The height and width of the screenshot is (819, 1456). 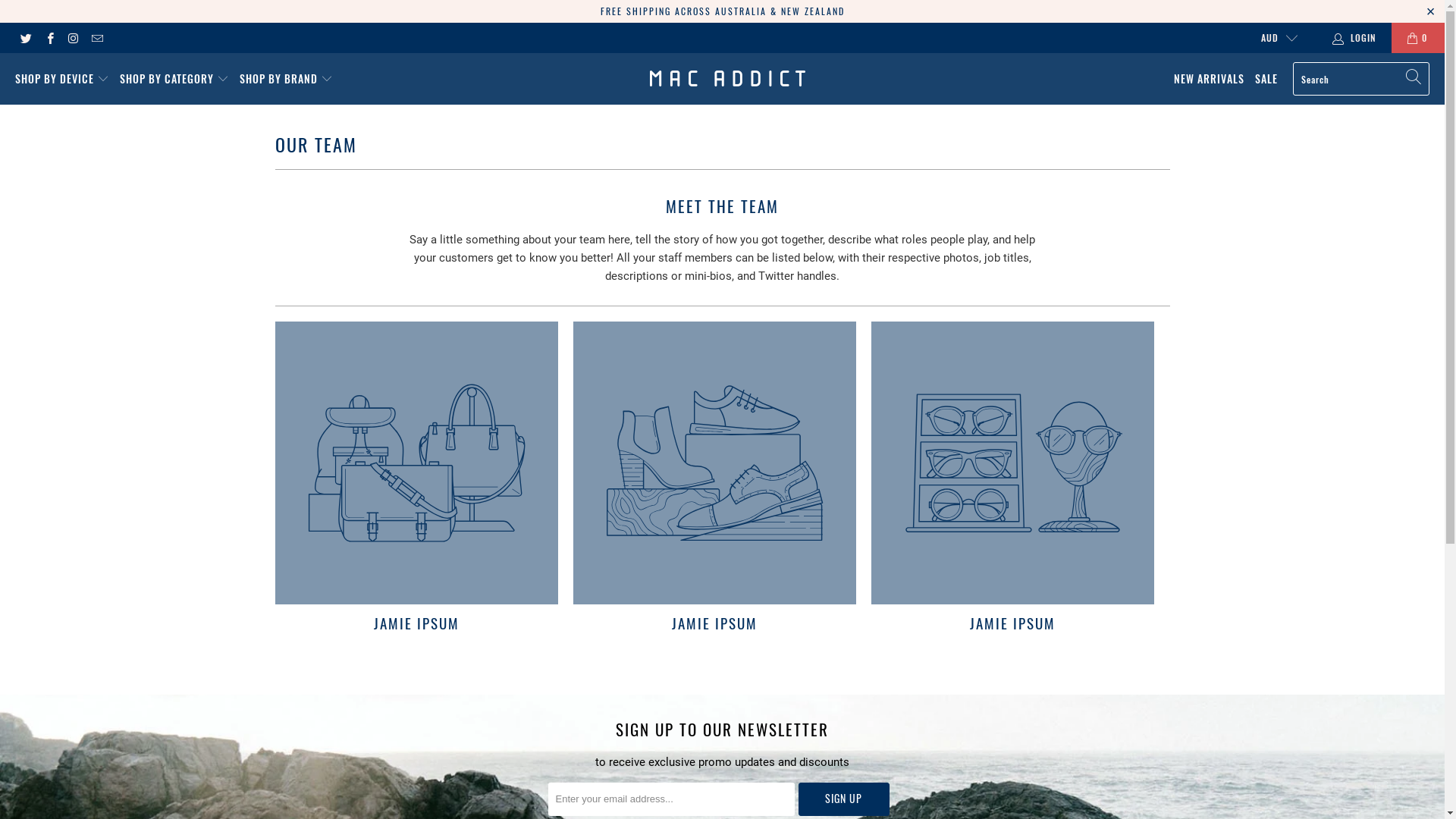 What do you see at coordinates (25, 37) in the screenshot?
I see `'Mac Addict on Twitter'` at bounding box center [25, 37].